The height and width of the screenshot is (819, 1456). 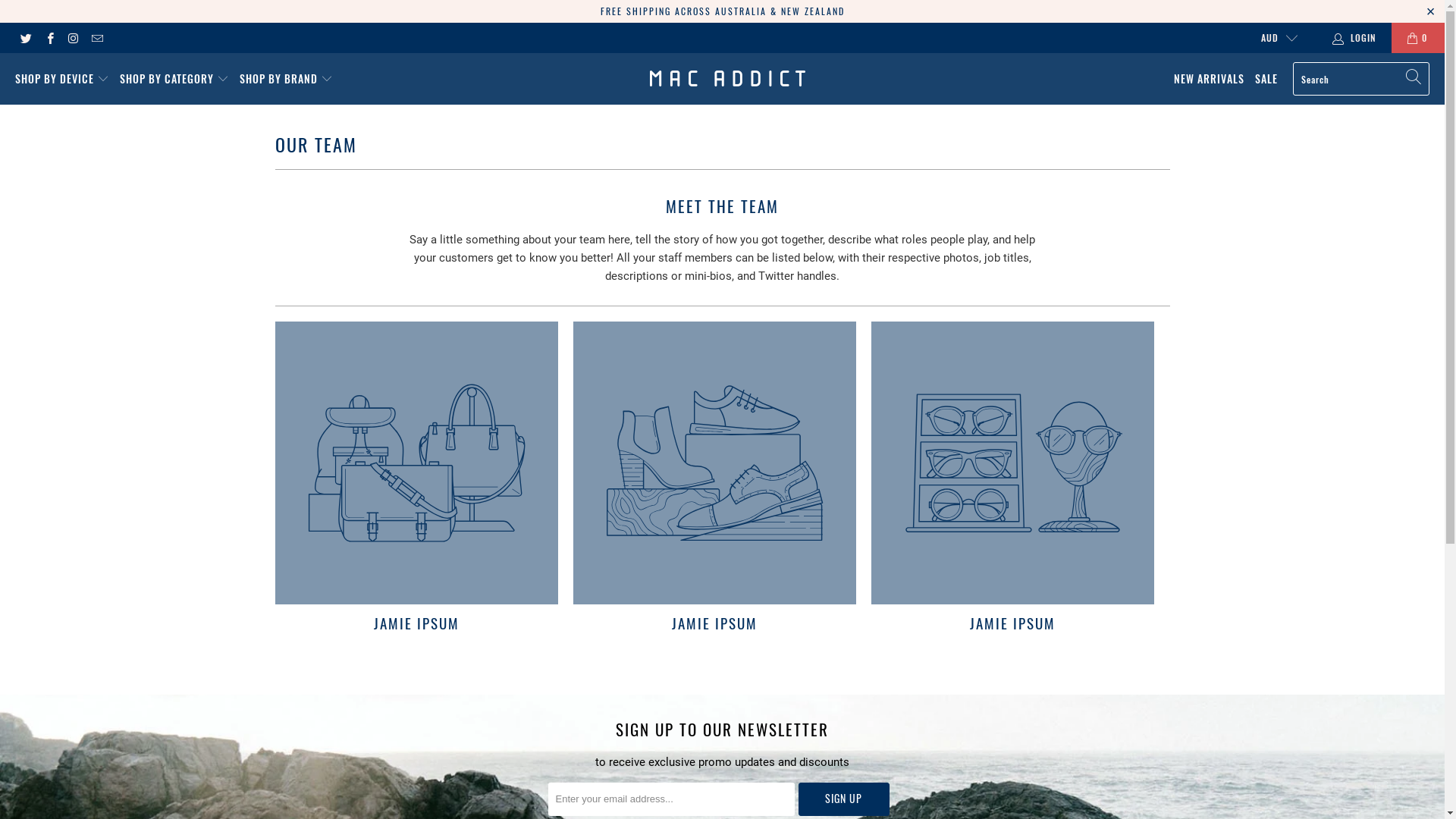 What do you see at coordinates (25, 37) in the screenshot?
I see `'Mac Addict on Twitter'` at bounding box center [25, 37].